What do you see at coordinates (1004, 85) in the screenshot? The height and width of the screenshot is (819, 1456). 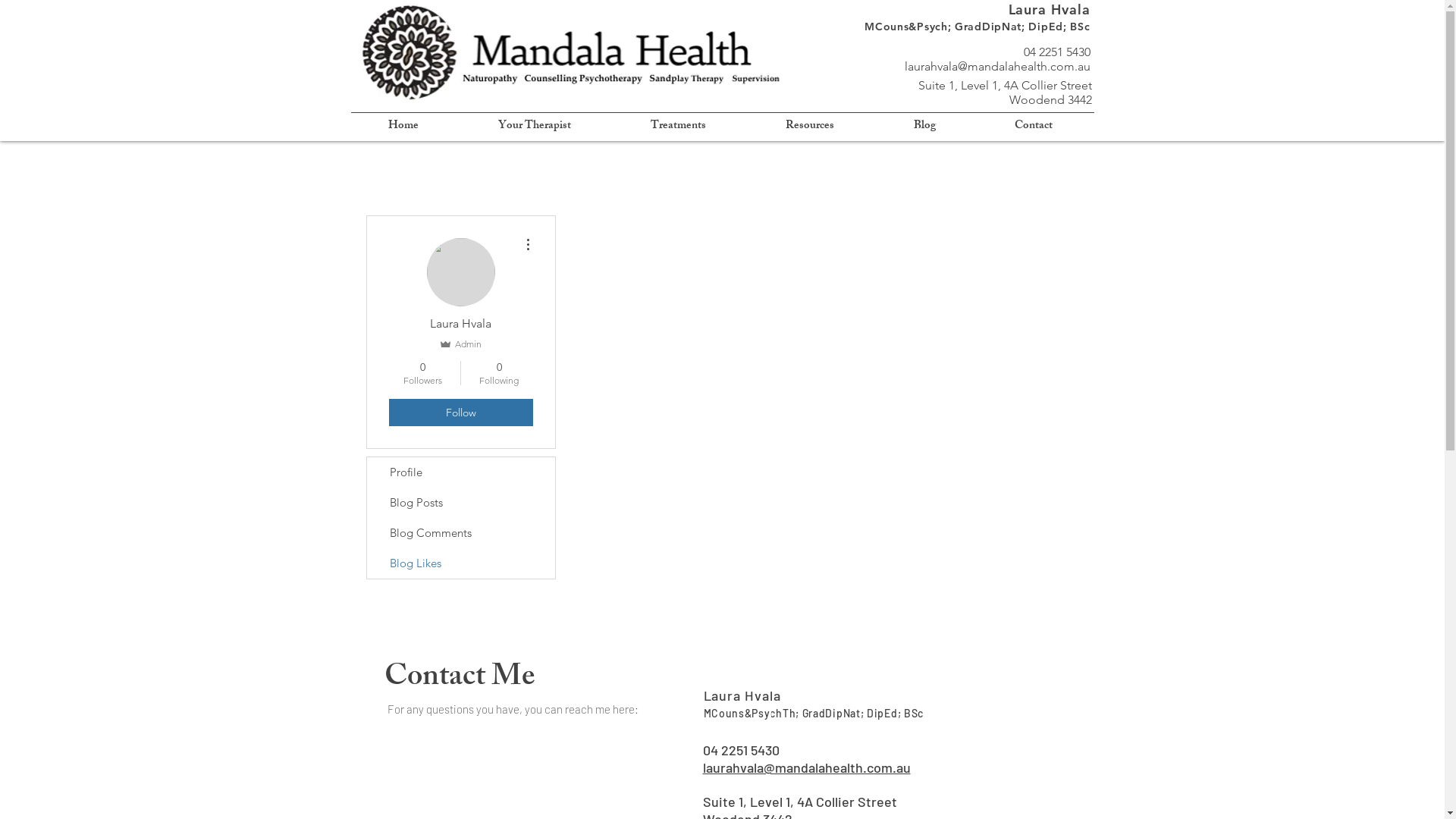 I see `'Suite 1, Level 1, 4A Collier Street'` at bounding box center [1004, 85].